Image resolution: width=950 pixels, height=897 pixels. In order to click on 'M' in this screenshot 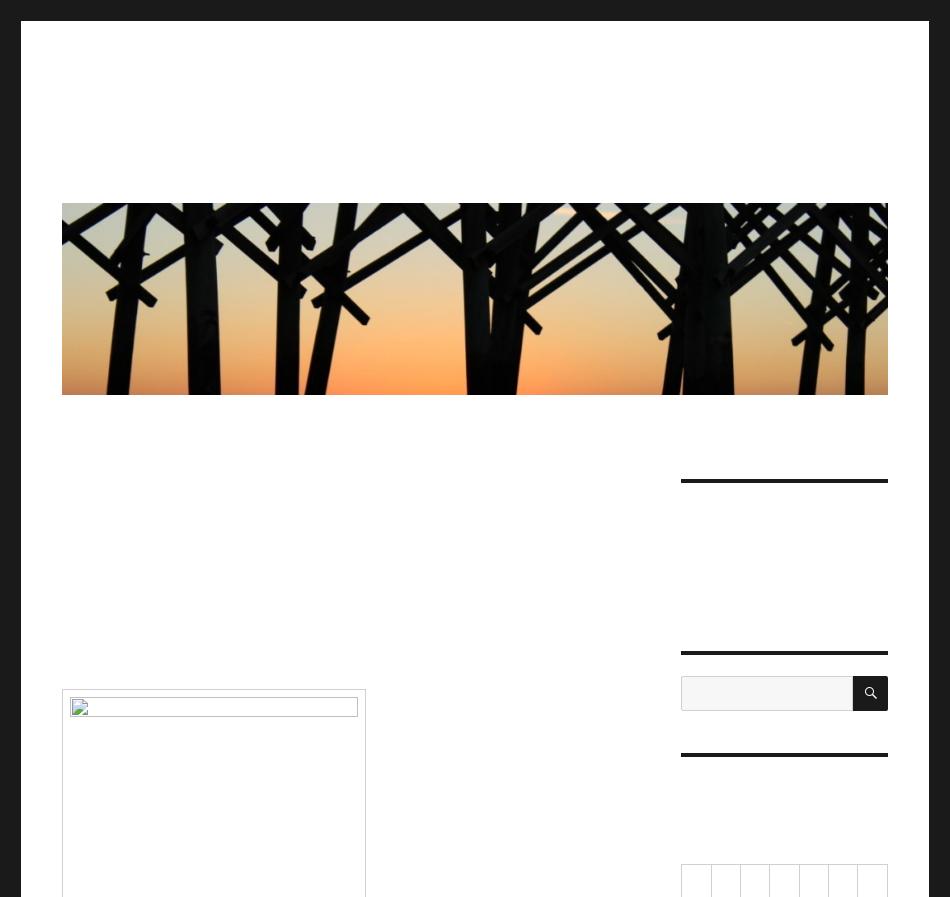, I will do `click(717, 881)`.